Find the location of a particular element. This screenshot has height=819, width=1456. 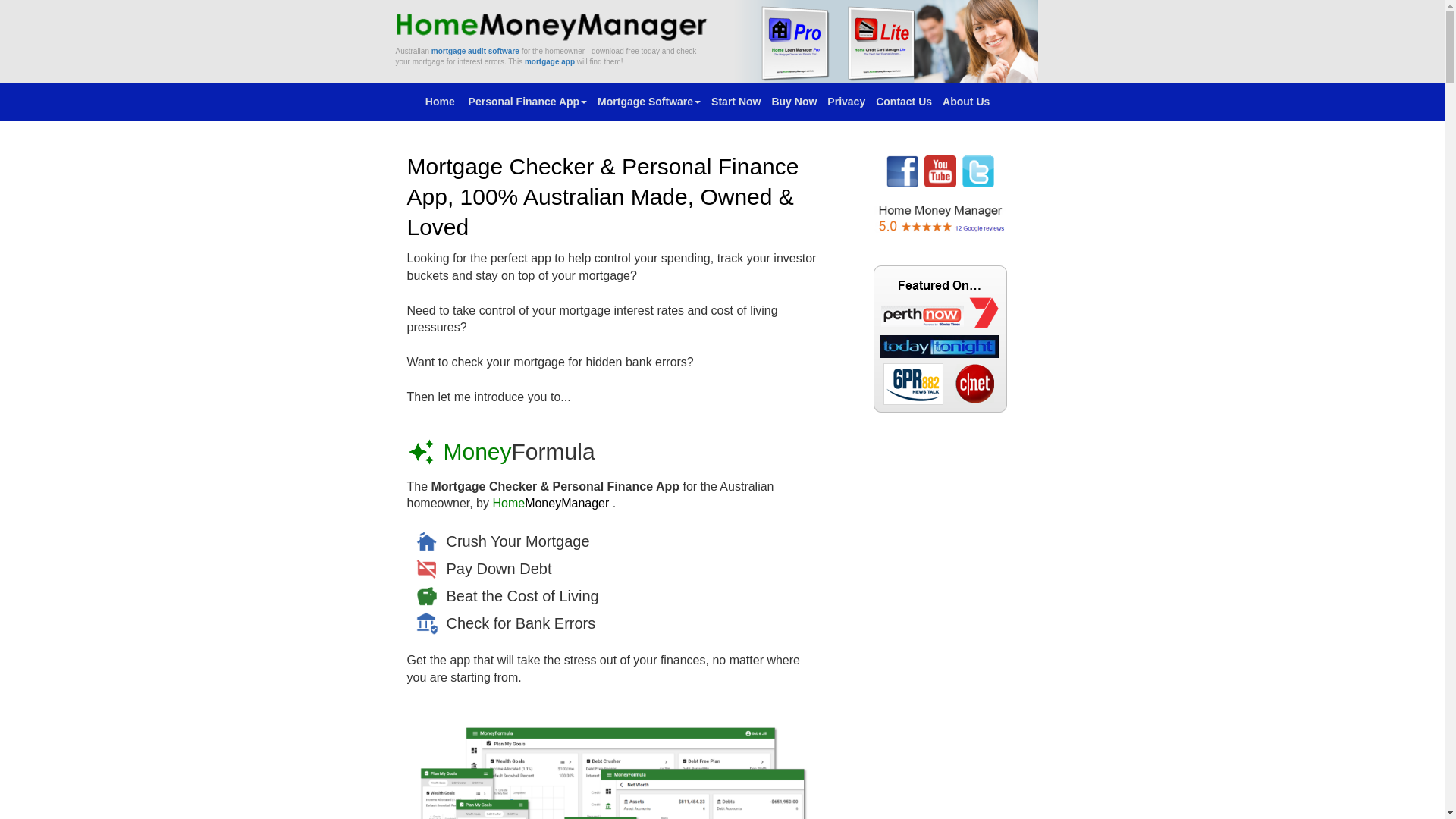

'Home ' is located at coordinates (441, 102).